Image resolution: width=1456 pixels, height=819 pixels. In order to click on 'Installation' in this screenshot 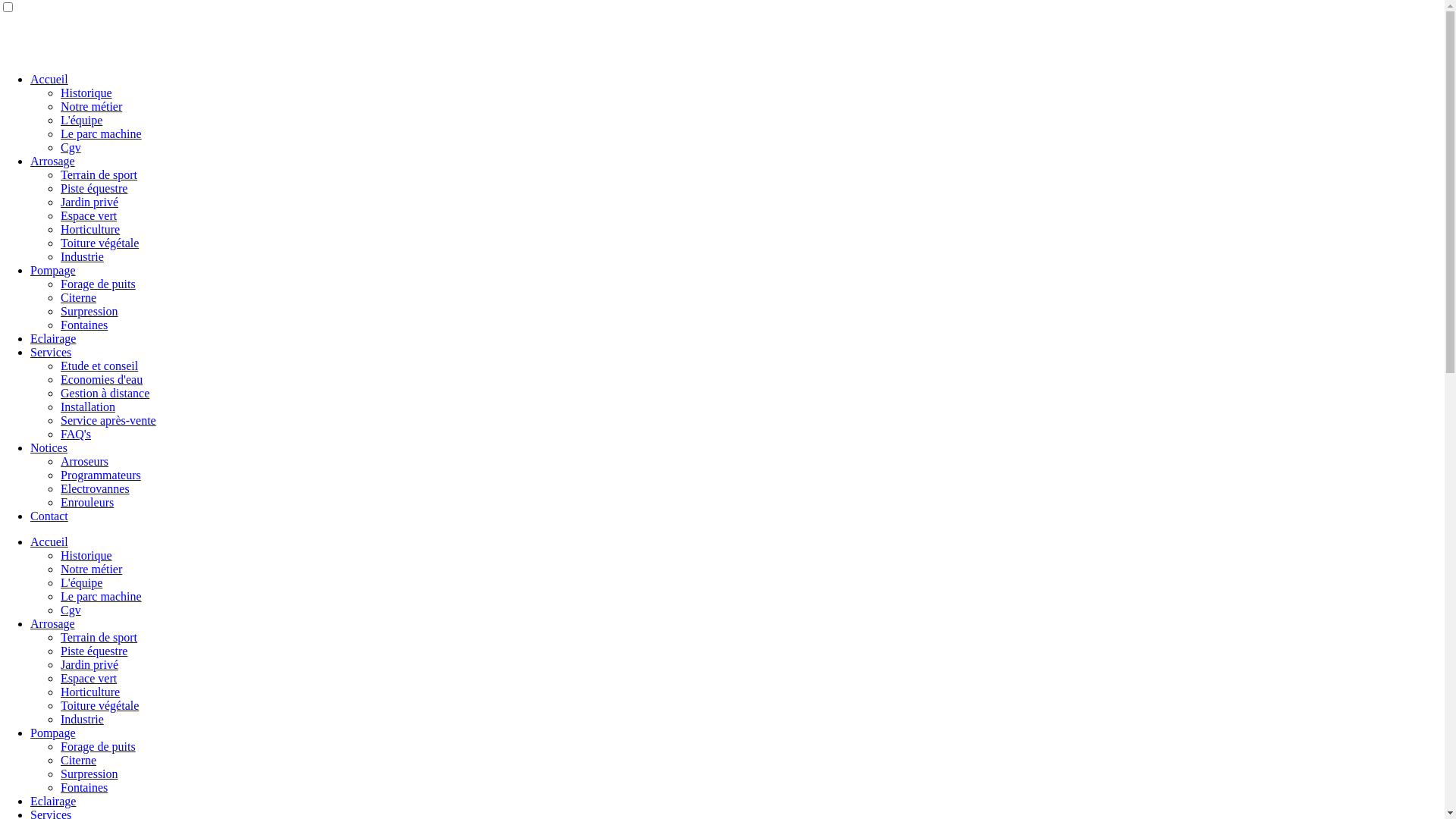, I will do `click(86, 406)`.